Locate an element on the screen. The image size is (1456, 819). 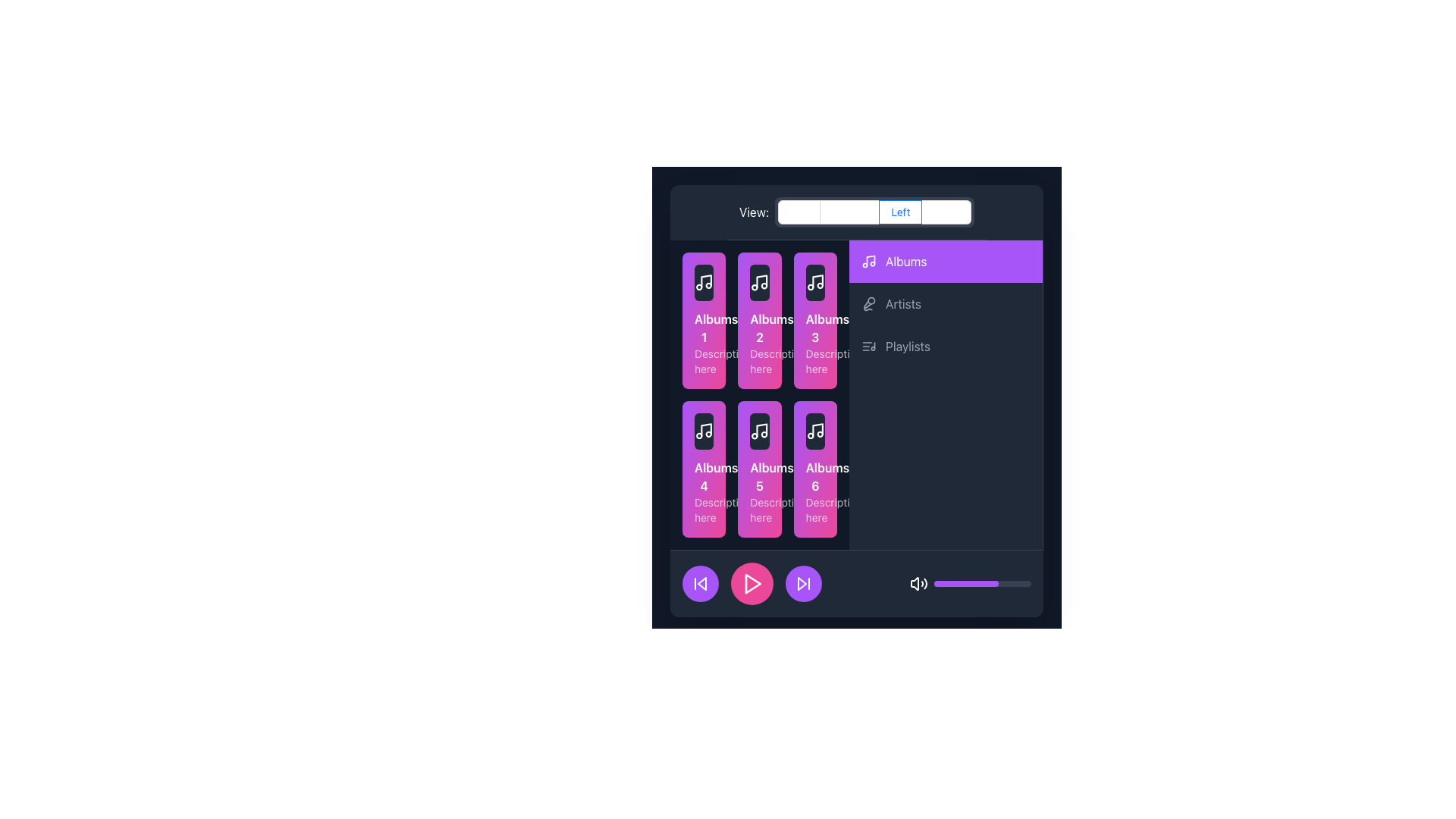
the slider is located at coordinates (949, 583).